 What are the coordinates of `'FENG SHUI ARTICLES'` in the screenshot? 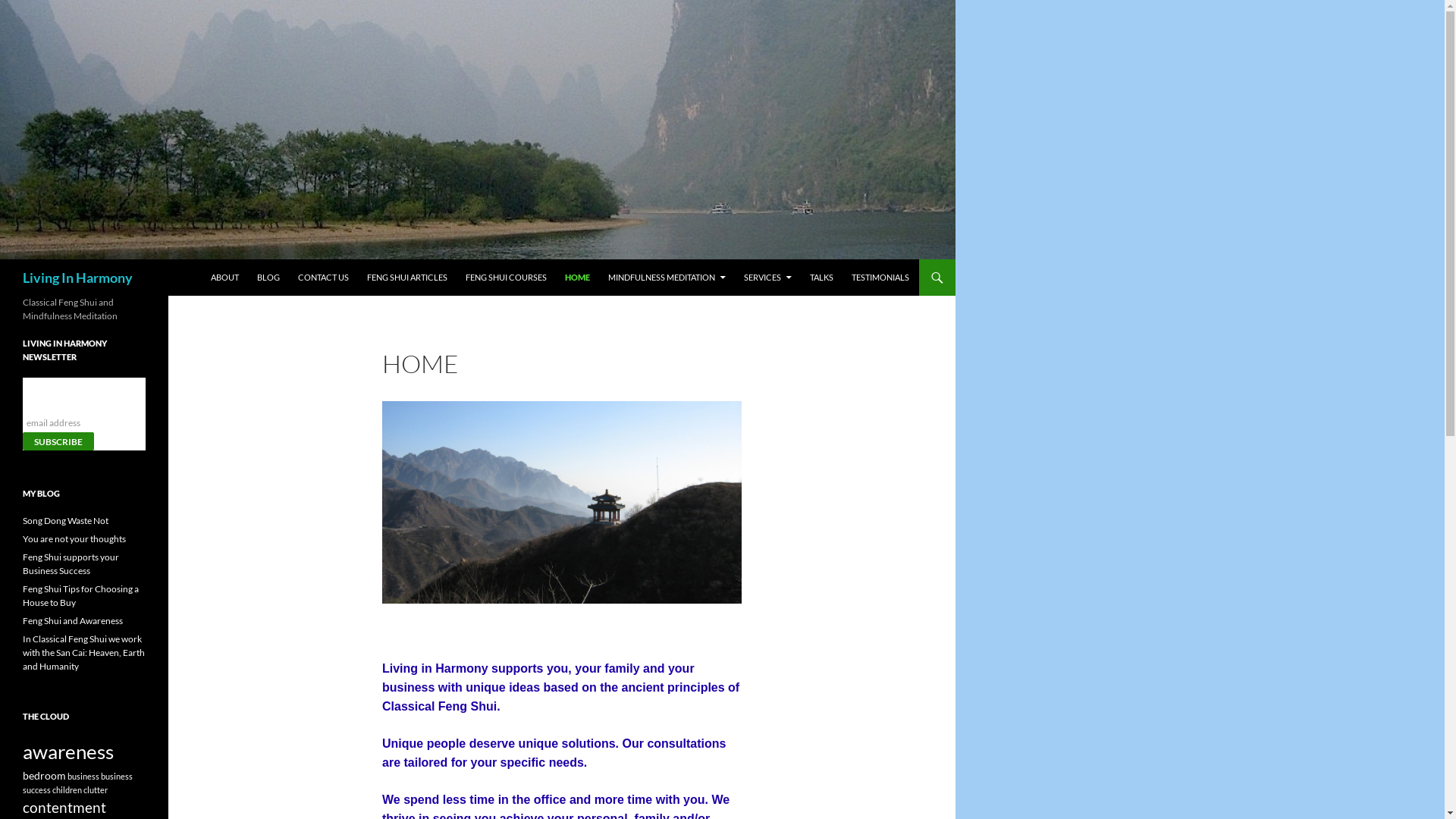 It's located at (407, 278).